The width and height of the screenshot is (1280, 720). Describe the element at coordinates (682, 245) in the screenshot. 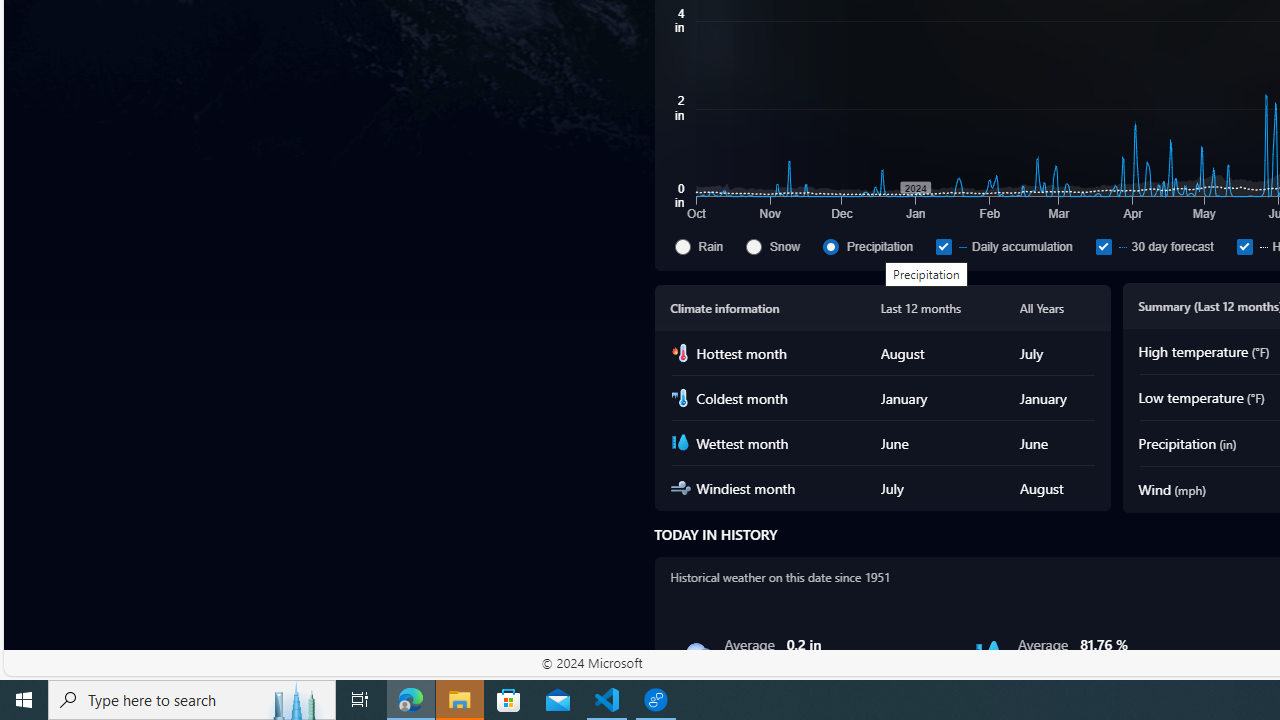

I see `'Rain'` at that location.